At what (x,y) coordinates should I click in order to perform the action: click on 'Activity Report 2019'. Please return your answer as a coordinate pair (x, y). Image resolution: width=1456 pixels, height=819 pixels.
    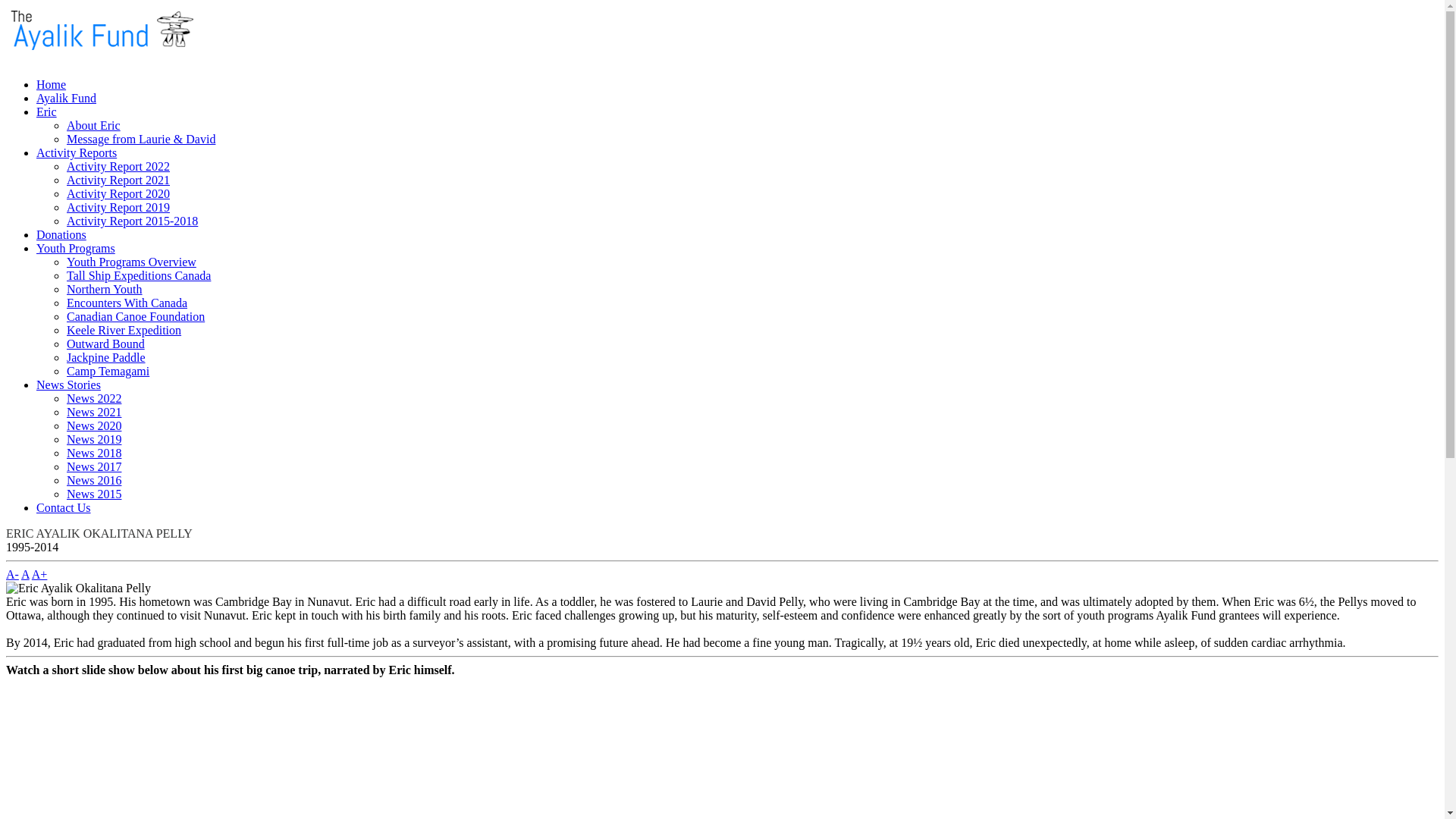
    Looking at the image, I should click on (118, 207).